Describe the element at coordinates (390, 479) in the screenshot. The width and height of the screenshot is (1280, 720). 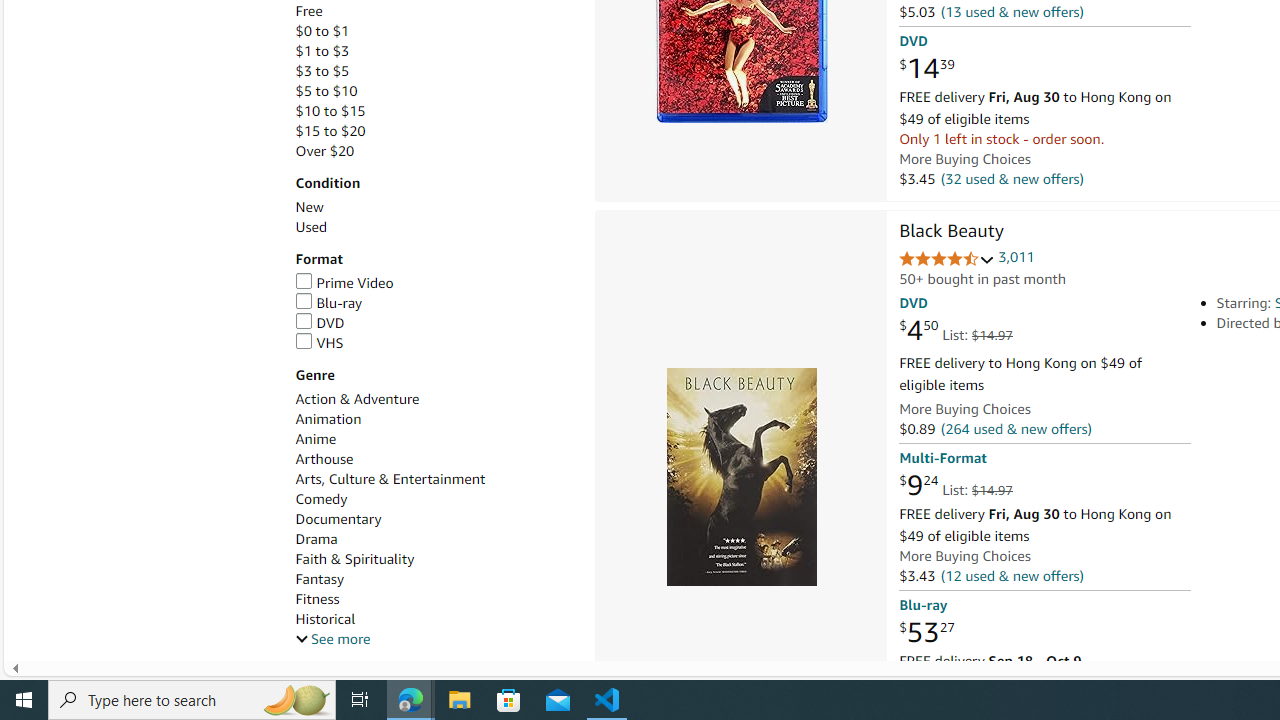
I see `'Arts, Culture & Entertainment'` at that location.